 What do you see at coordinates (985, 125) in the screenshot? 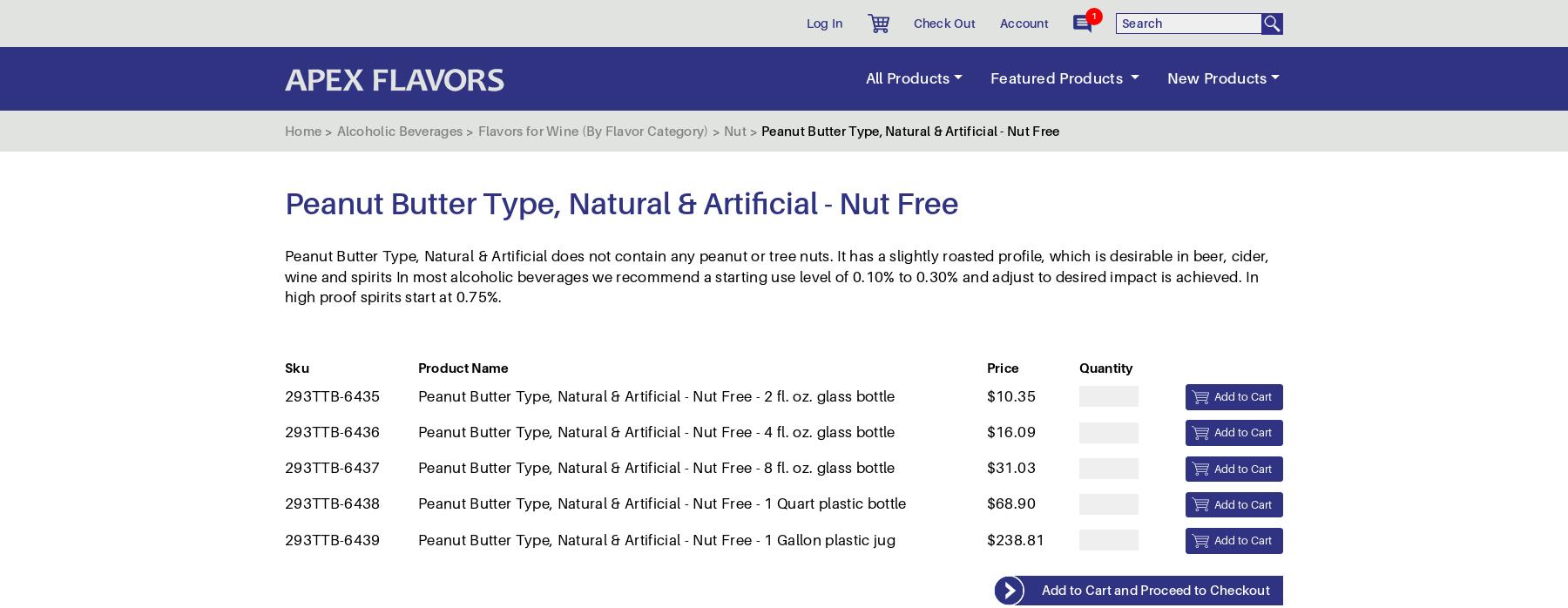
I see `'$31.03'` at bounding box center [985, 125].